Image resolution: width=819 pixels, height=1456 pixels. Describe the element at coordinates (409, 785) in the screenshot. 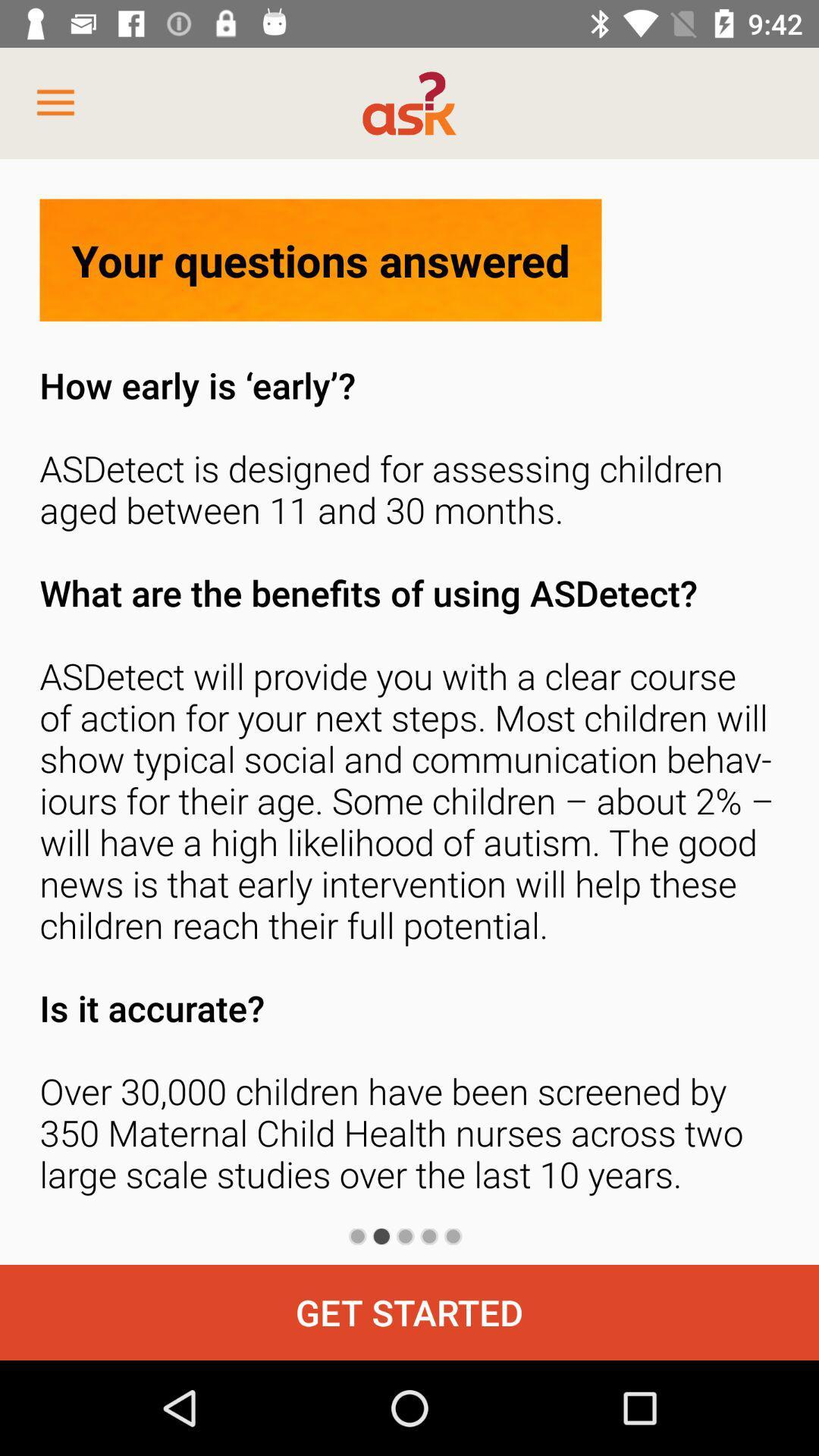

I see `the item below your questions answered icon` at that location.